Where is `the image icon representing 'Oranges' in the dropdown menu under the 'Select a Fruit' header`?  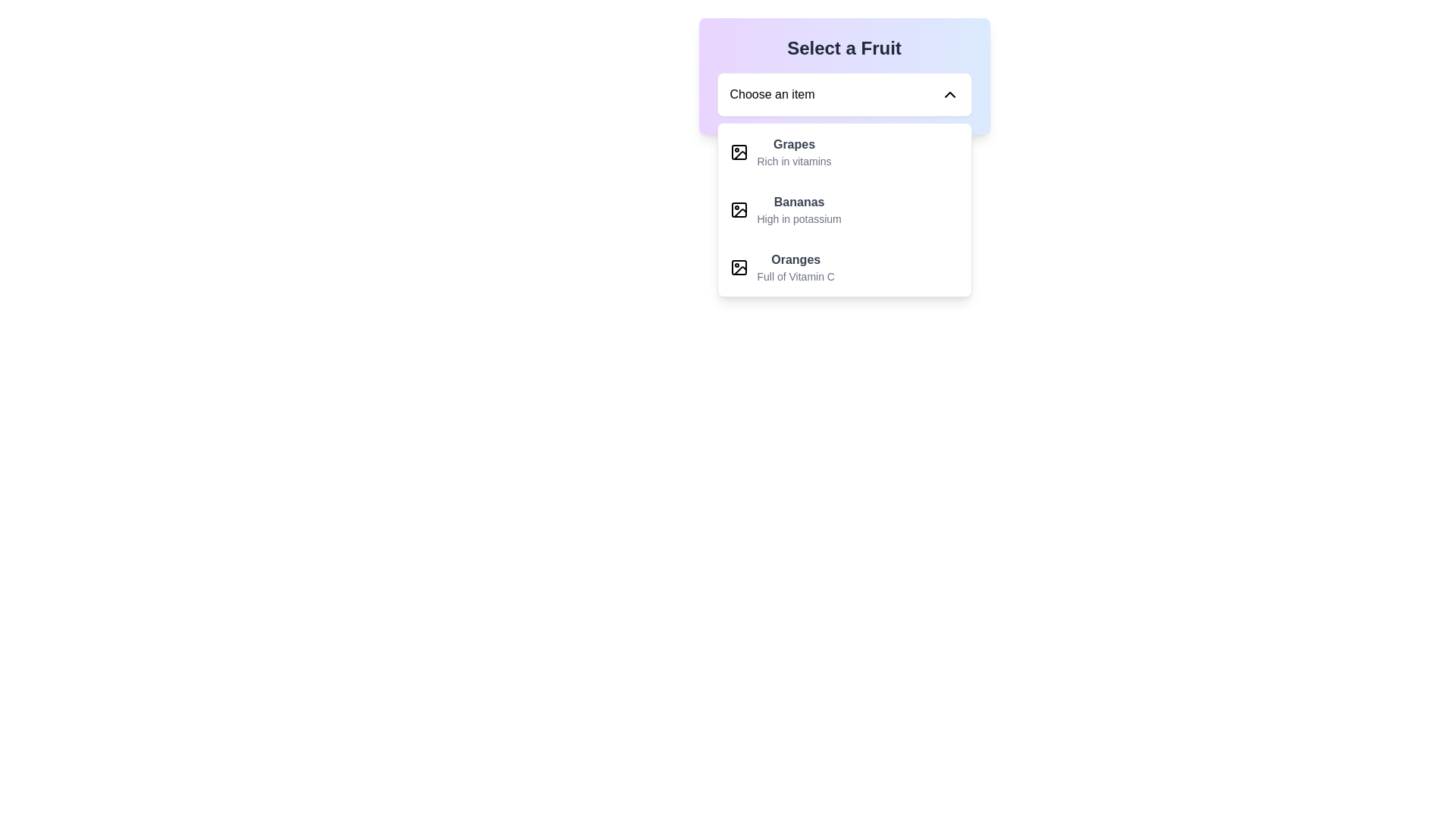
the image icon representing 'Oranges' in the dropdown menu under the 'Select a Fruit' header is located at coordinates (739, 270).